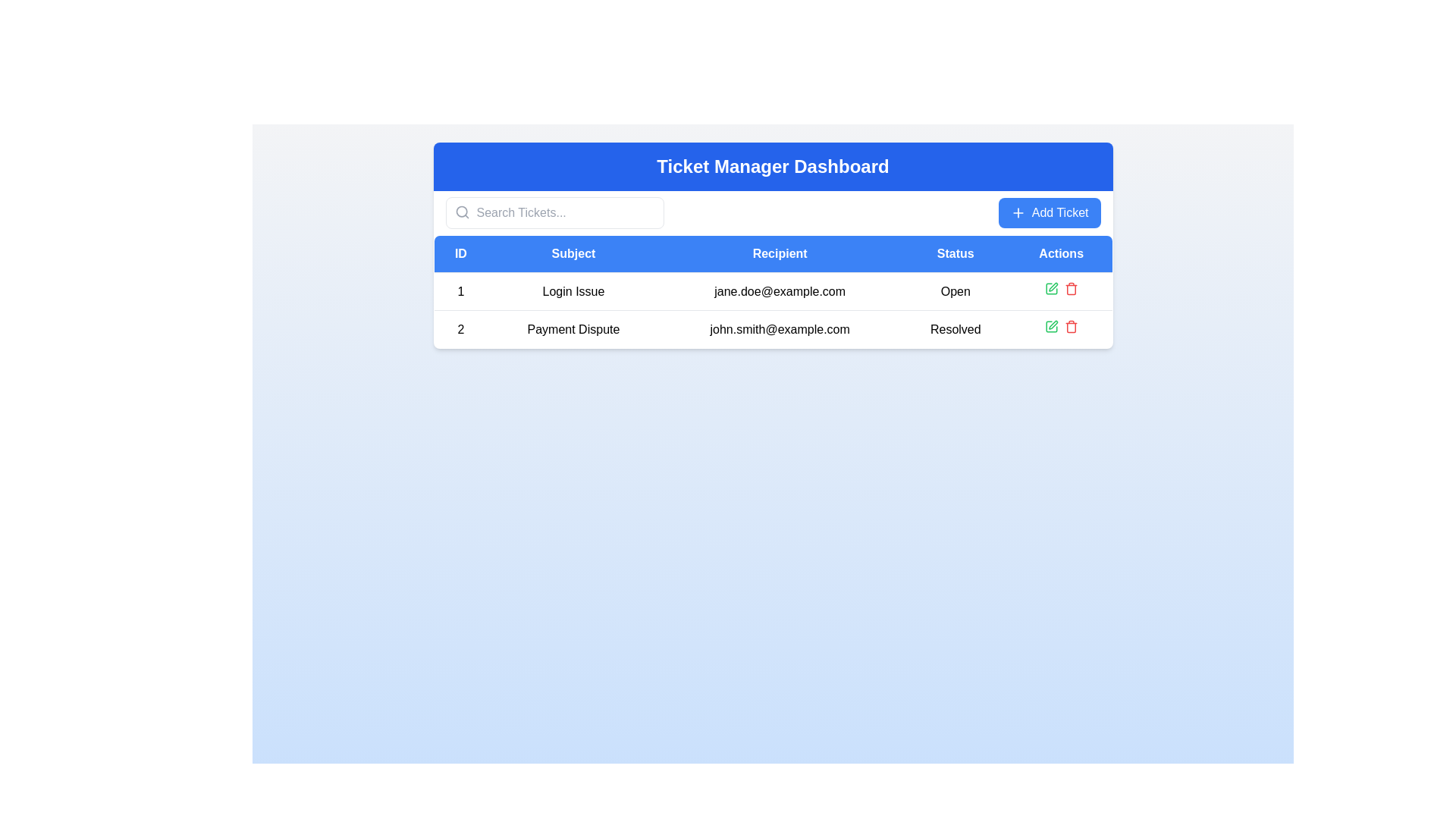 Image resolution: width=1456 pixels, height=819 pixels. Describe the element at coordinates (1052, 324) in the screenshot. I see `the pen icon in the actions column of the second row in the table` at that location.